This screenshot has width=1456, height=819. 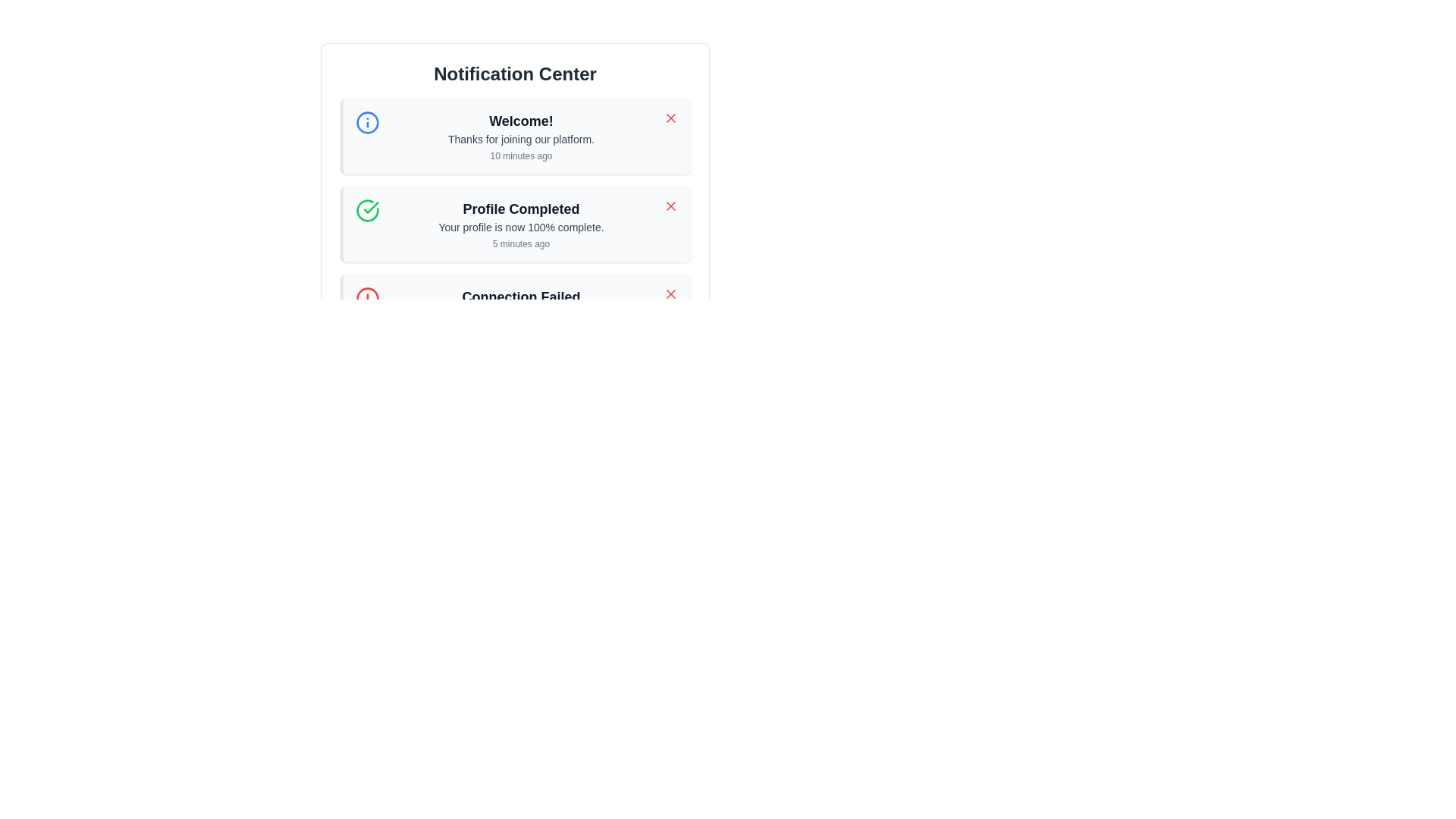 What do you see at coordinates (521, 312) in the screenshot?
I see `the textual notification entry that indicates 'Connection Failed', which is styled in gray and located in the lower half of the notification panel` at bounding box center [521, 312].